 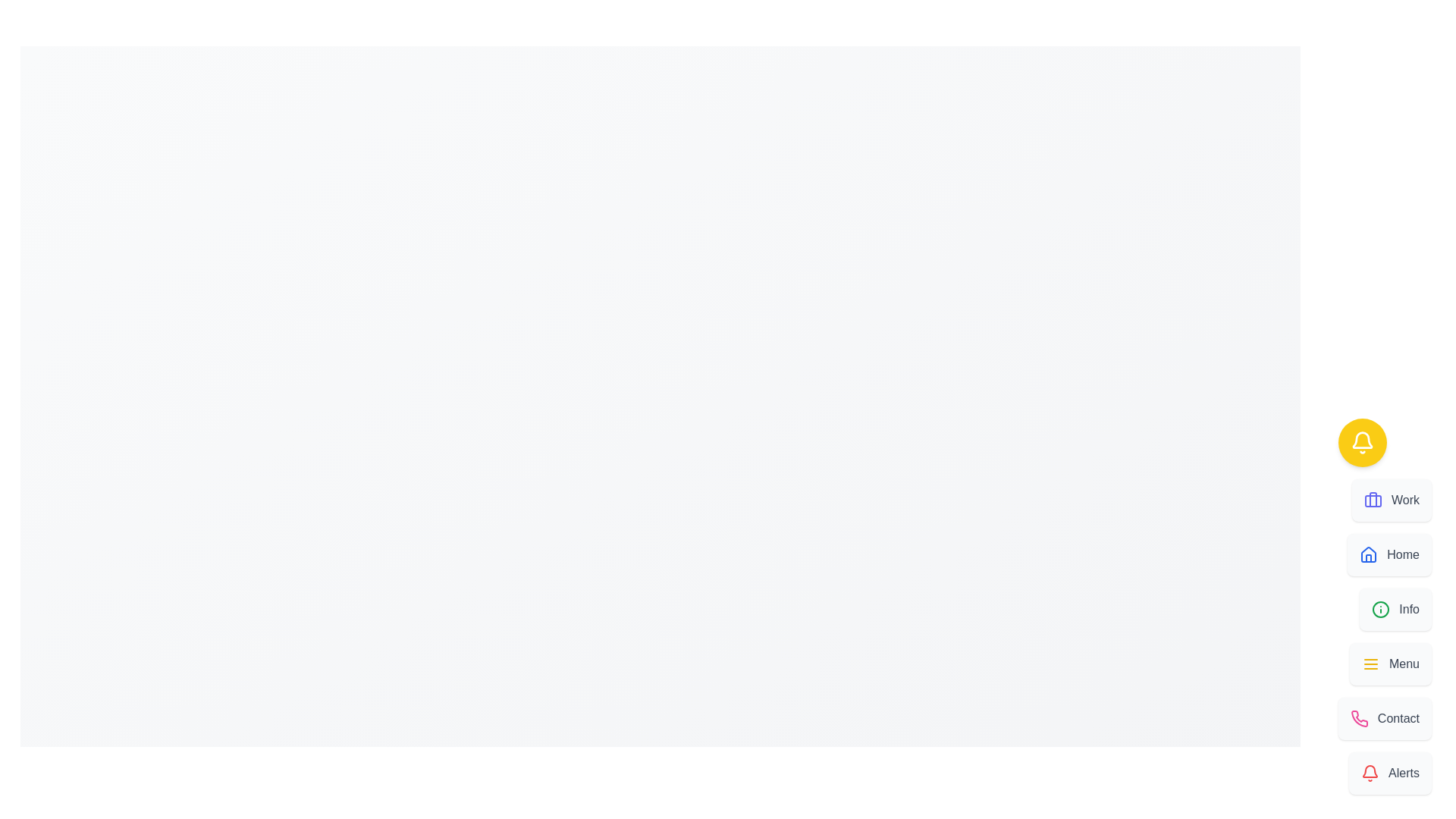 What do you see at coordinates (1362, 442) in the screenshot?
I see `the toggle button to toggle the menu open or closed` at bounding box center [1362, 442].